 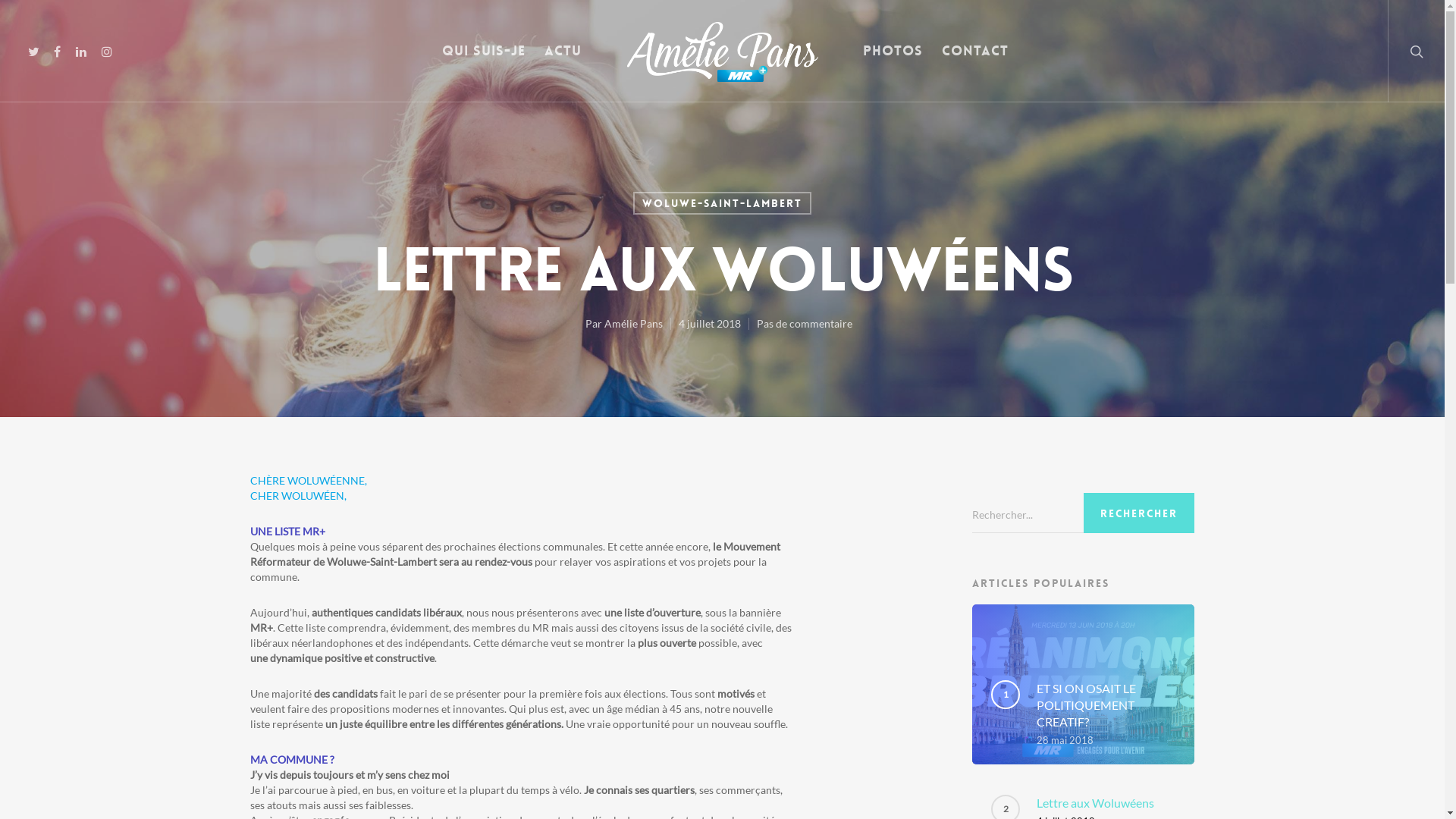 I want to click on 'Pas de commentaire', so click(x=803, y=322).